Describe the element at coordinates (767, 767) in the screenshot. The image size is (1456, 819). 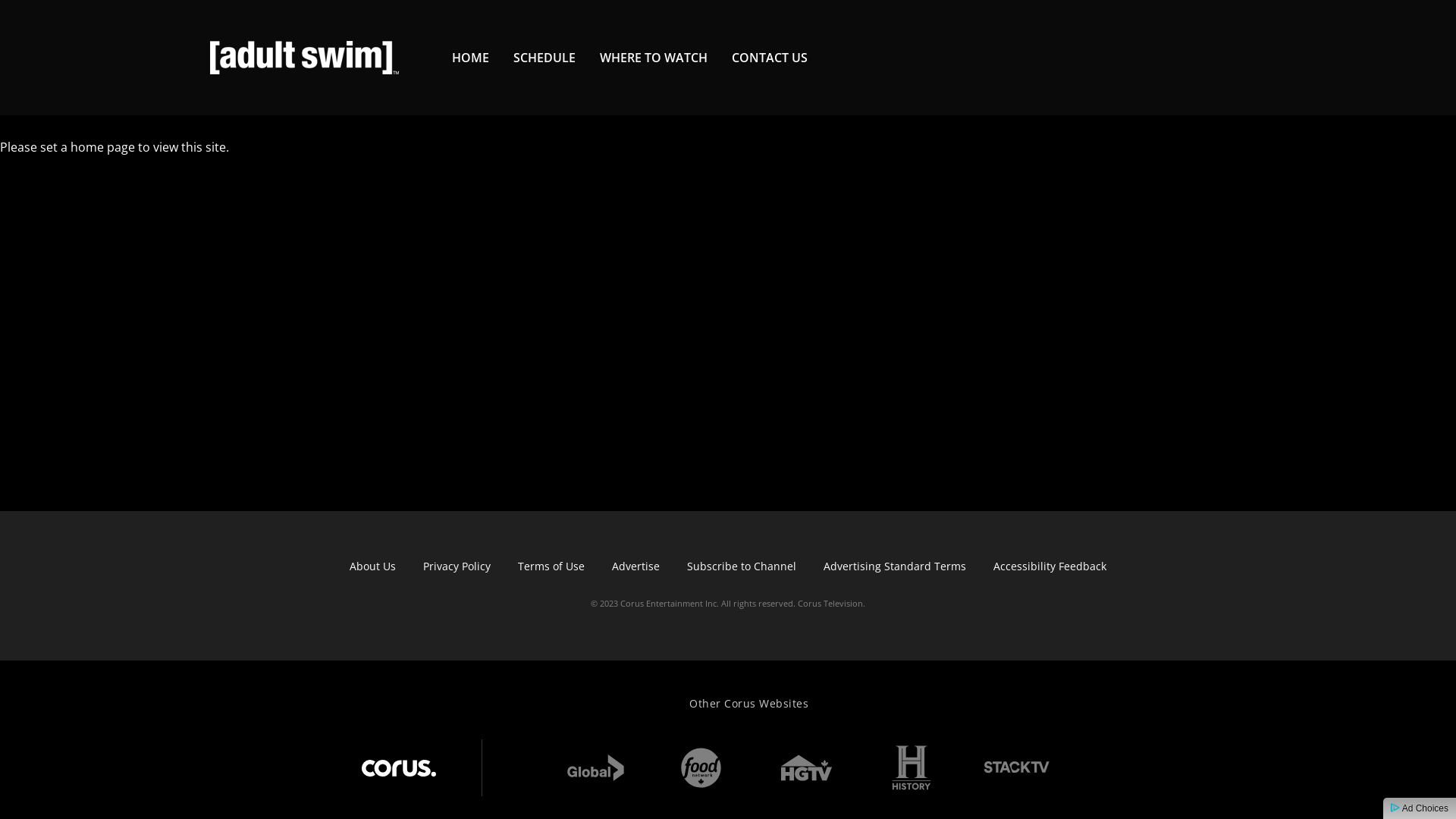
I see `'HGTV'` at that location.